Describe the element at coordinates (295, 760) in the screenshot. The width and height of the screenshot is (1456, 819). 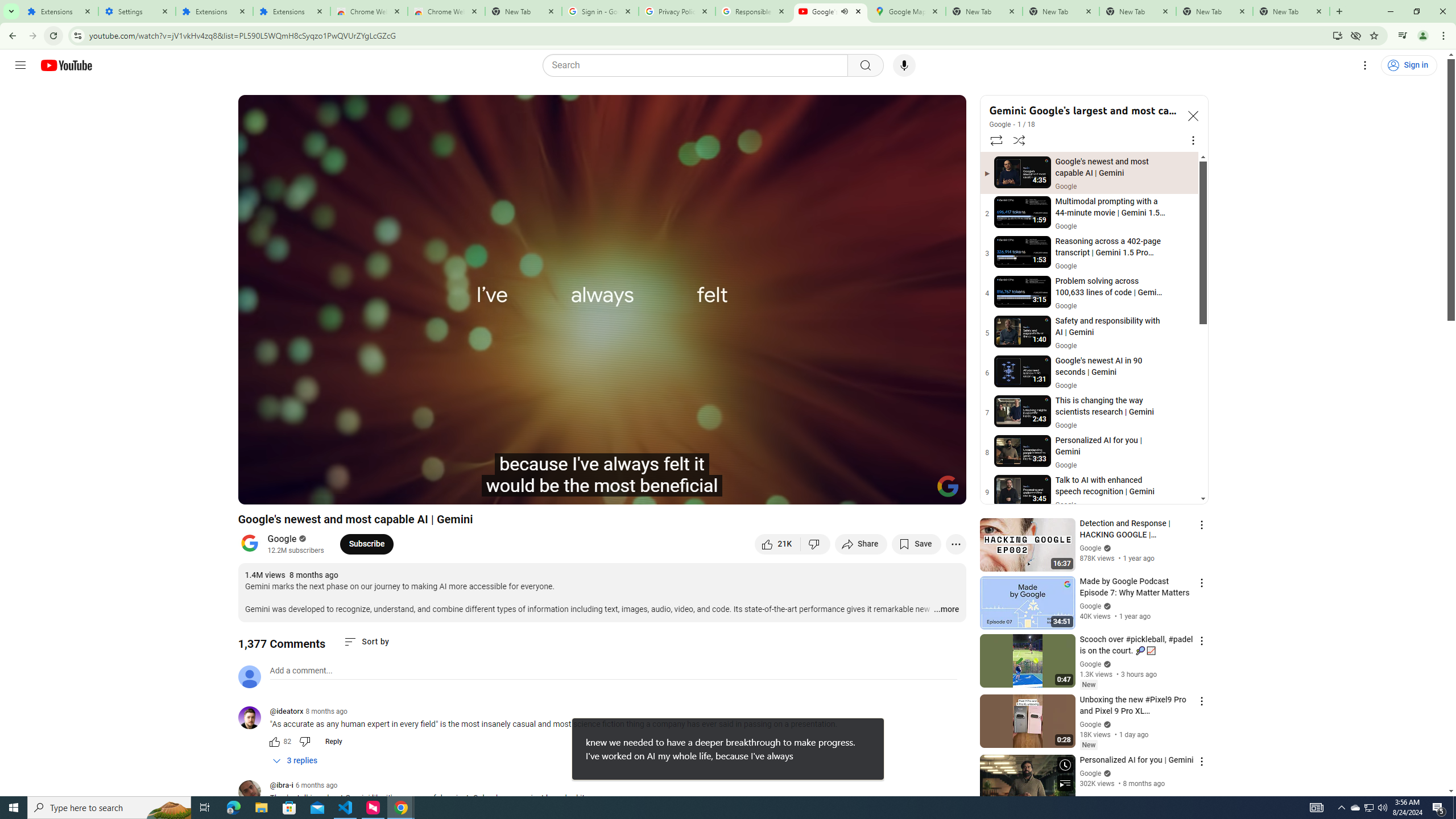
I see `'3 replies'` at that location.